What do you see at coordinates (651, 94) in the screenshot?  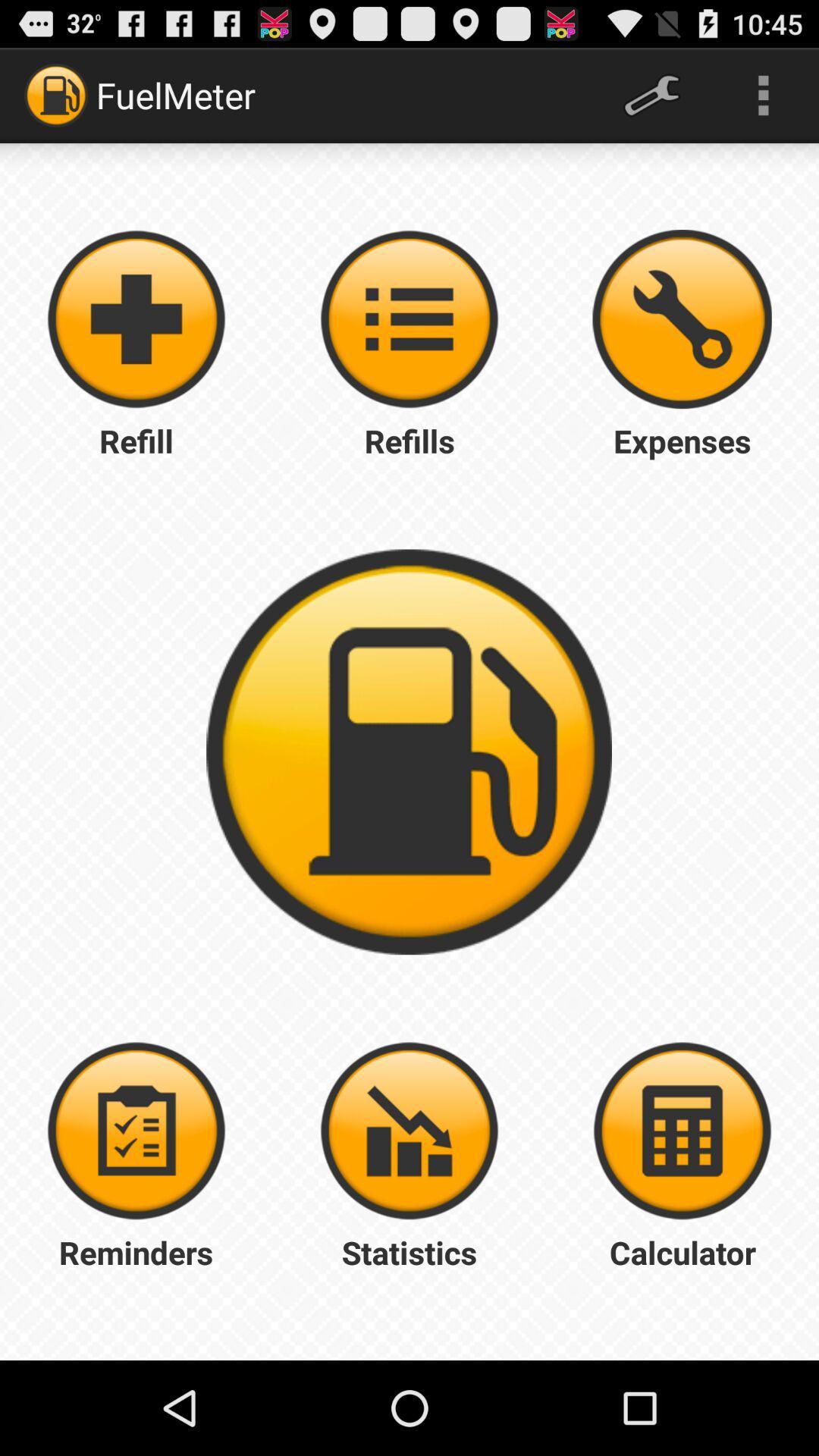 I see `the app next to the fuelmeter app` at bounding box center [651, 94].